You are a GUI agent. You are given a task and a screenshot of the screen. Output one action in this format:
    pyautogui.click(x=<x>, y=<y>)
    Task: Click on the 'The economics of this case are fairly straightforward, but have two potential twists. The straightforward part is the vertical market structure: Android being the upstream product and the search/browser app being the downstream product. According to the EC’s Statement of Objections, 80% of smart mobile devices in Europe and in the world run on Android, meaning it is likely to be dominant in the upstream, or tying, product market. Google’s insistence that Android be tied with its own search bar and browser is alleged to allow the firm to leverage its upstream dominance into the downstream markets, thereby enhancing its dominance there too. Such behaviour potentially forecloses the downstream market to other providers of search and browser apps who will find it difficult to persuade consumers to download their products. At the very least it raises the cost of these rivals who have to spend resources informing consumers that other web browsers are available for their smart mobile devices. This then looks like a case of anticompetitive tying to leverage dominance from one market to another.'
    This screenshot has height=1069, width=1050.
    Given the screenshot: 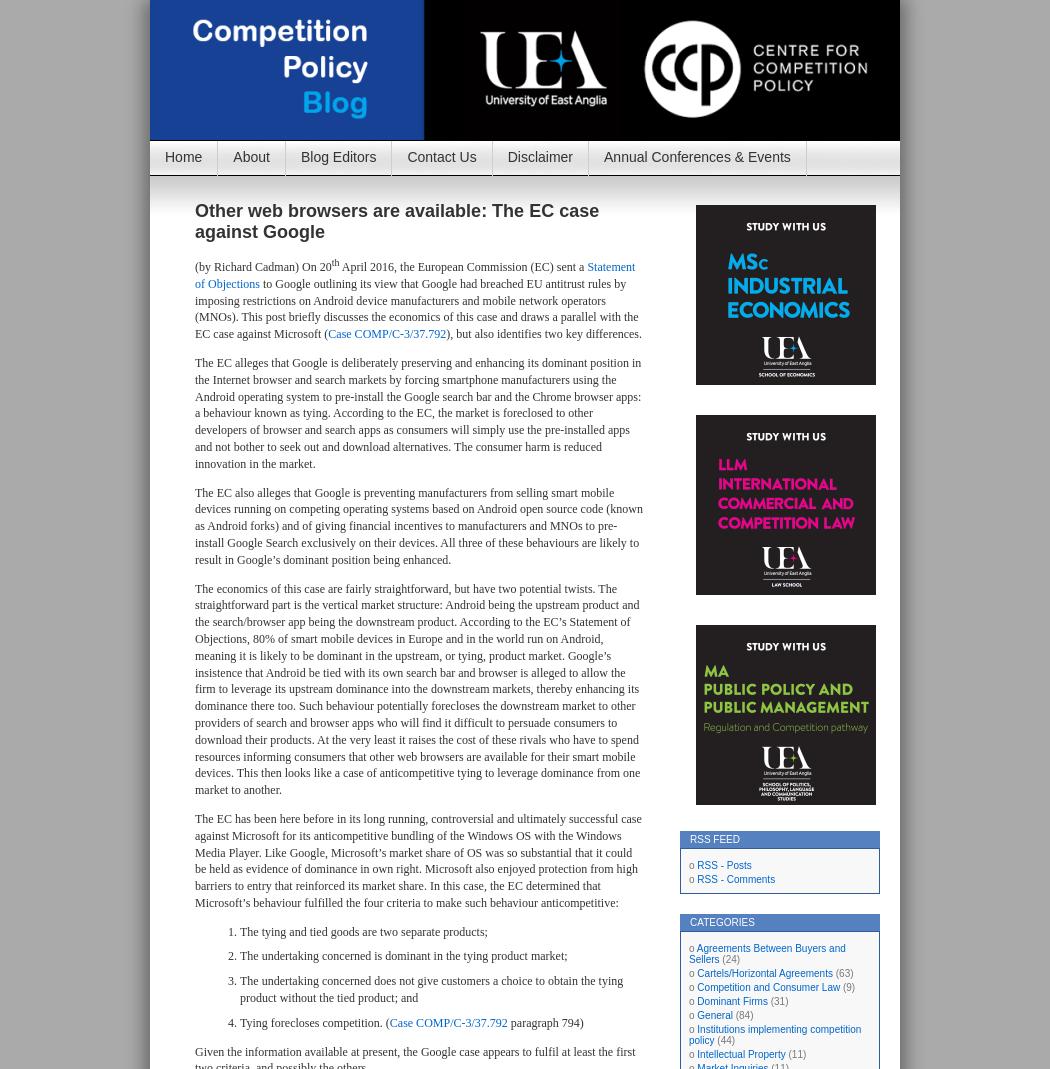 What is the action you would take?
    pyautogui.click(x=193, y=687)
    